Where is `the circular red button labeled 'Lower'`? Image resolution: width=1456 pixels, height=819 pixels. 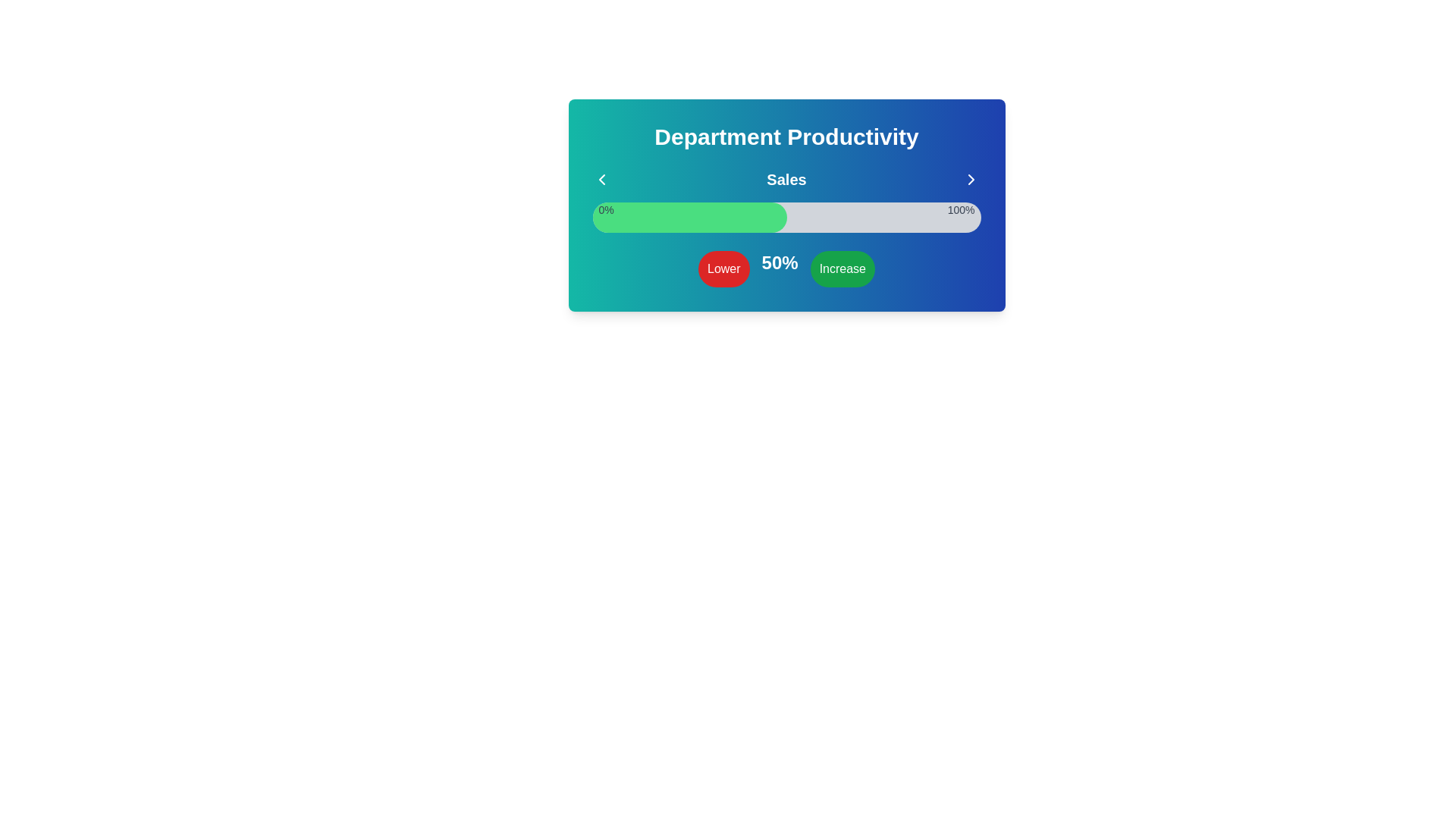
the circular red button labeled 'Lower' is located at coordinates (723, 268).